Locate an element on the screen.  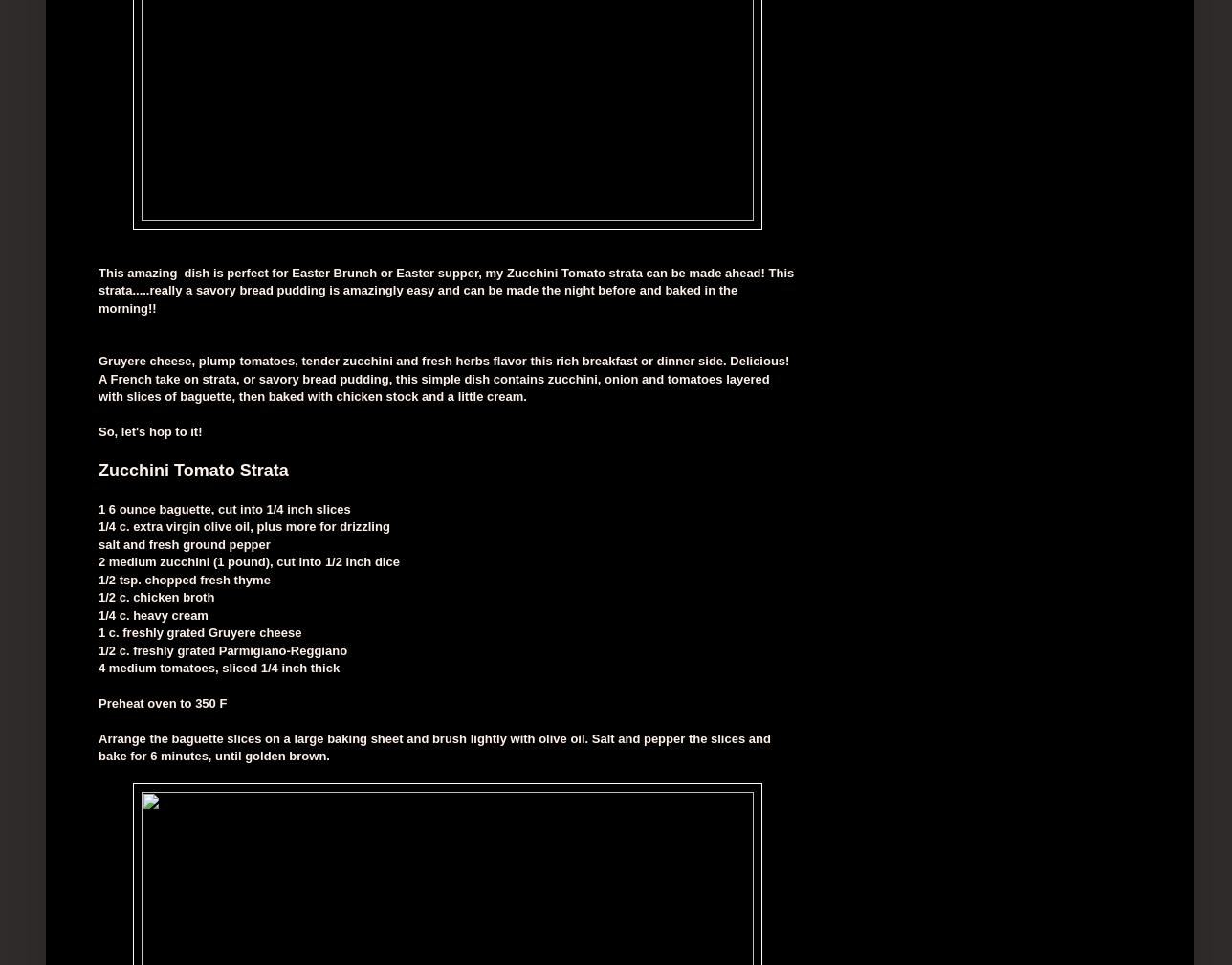
'Arrange the baguette slices on a large baking sheet and brush lightly with olive oil. Salt and pepper the slices and bake for 6 minutes, until golden brown.' is located at coordinates (99, 746).